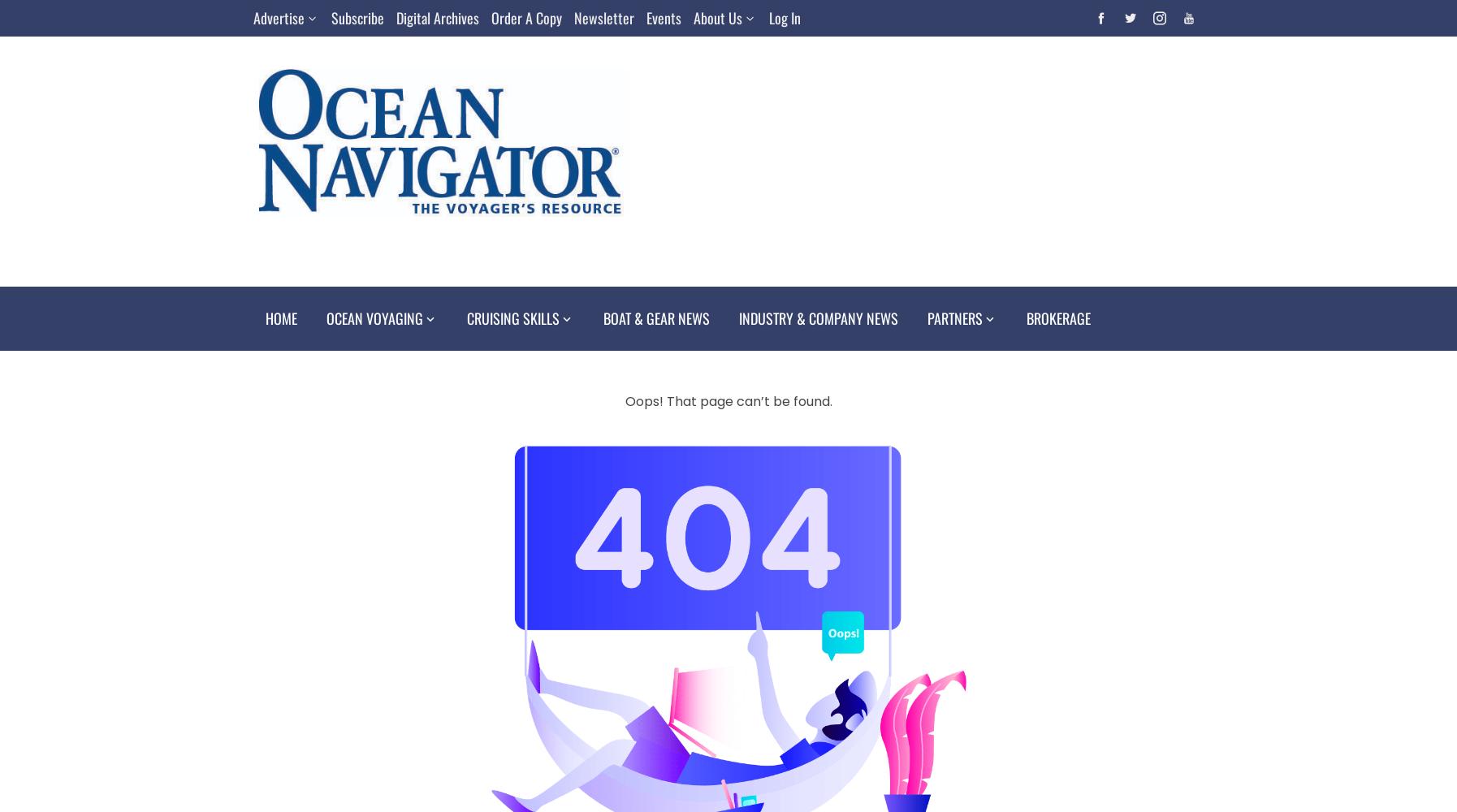 Image resolution: width=1457 pixels, height=812 pixels. I want to click on 'Brokerage', so click(1057, 318).